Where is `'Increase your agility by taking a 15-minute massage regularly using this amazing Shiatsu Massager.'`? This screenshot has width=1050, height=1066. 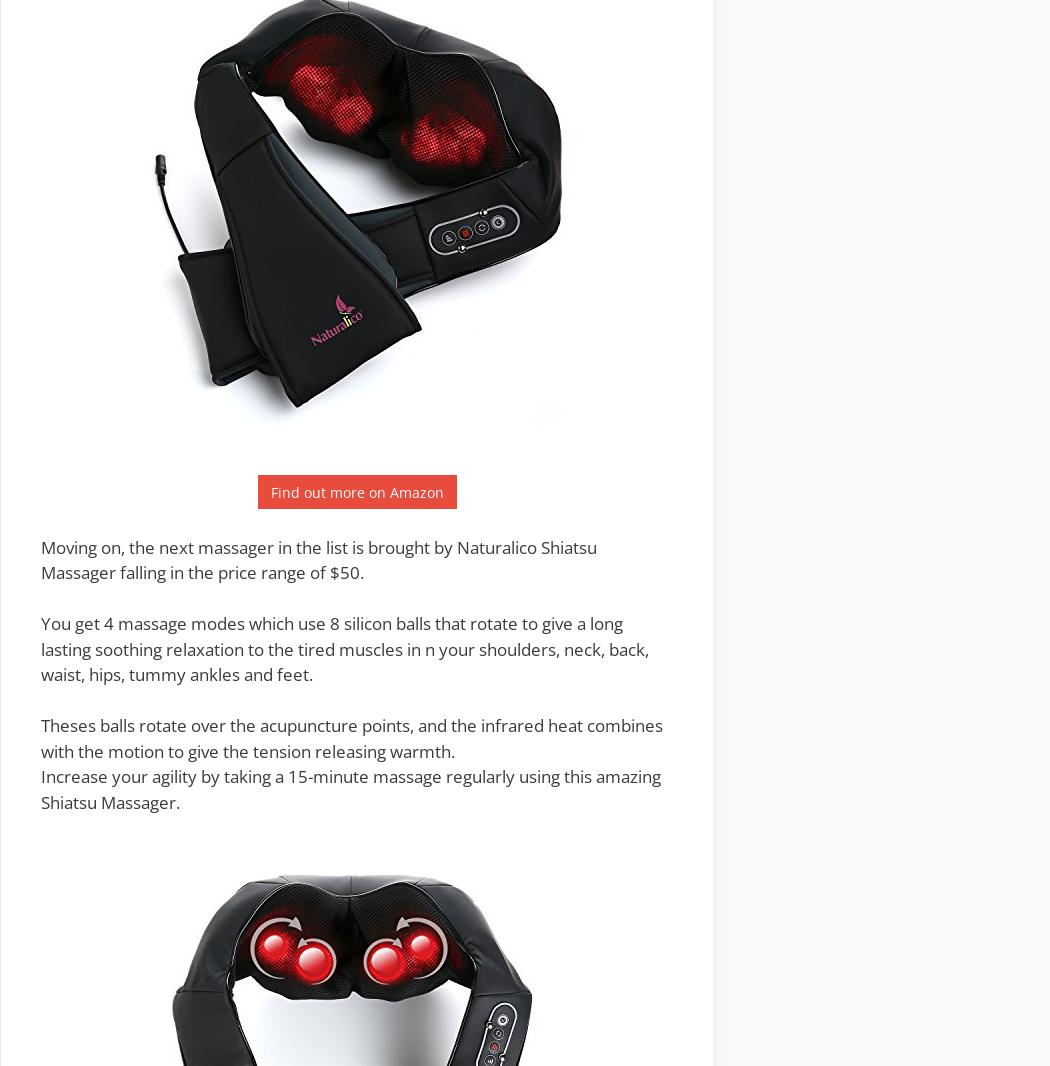
'Increase your agility by taking a 15-minute massage regularly using this amazing Shiatsu Massager.' is located at coordinates (350, 788).